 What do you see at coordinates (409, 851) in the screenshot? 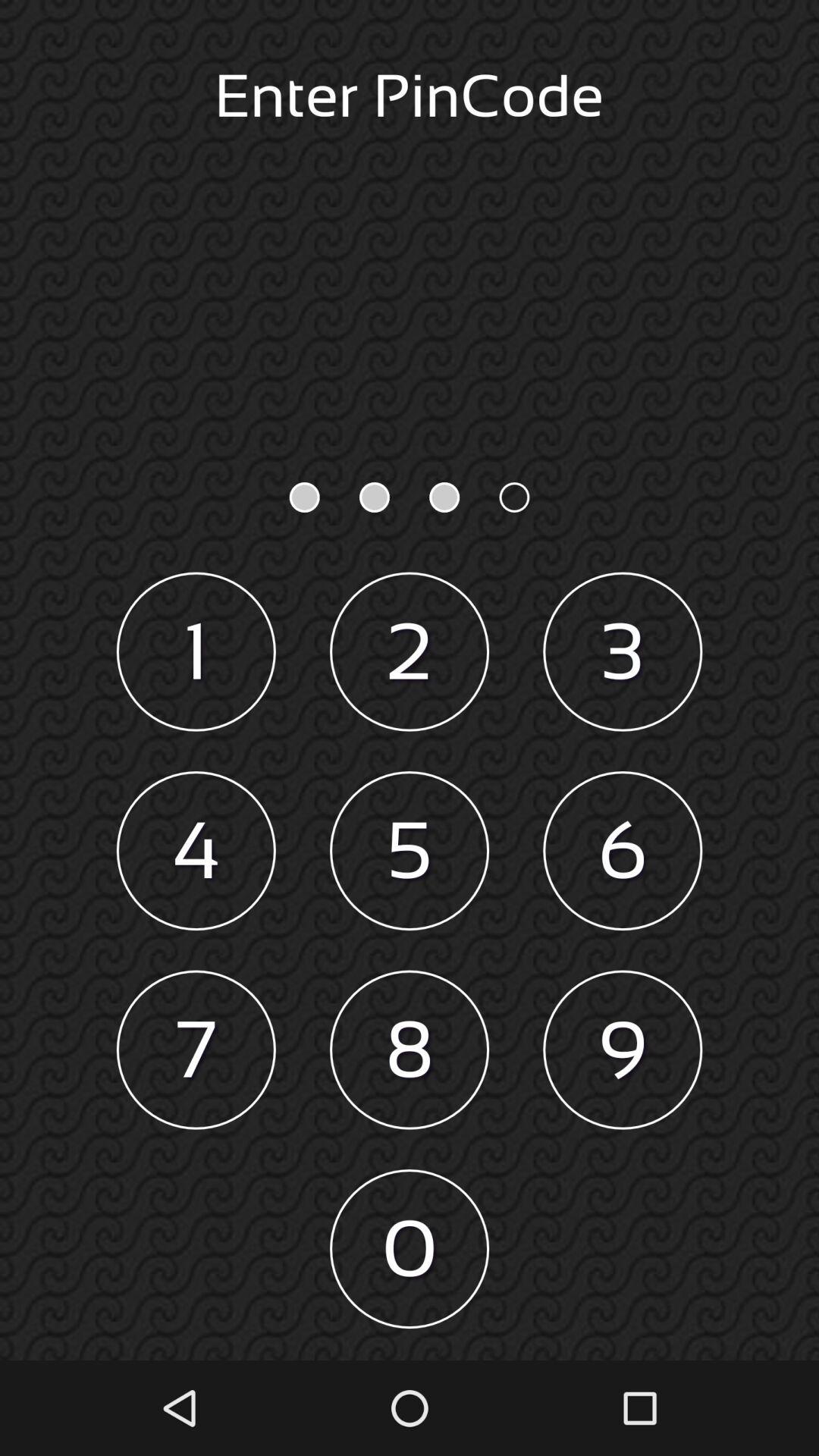
I see `item next to the 4 icon` at bounding box center [409, 851].